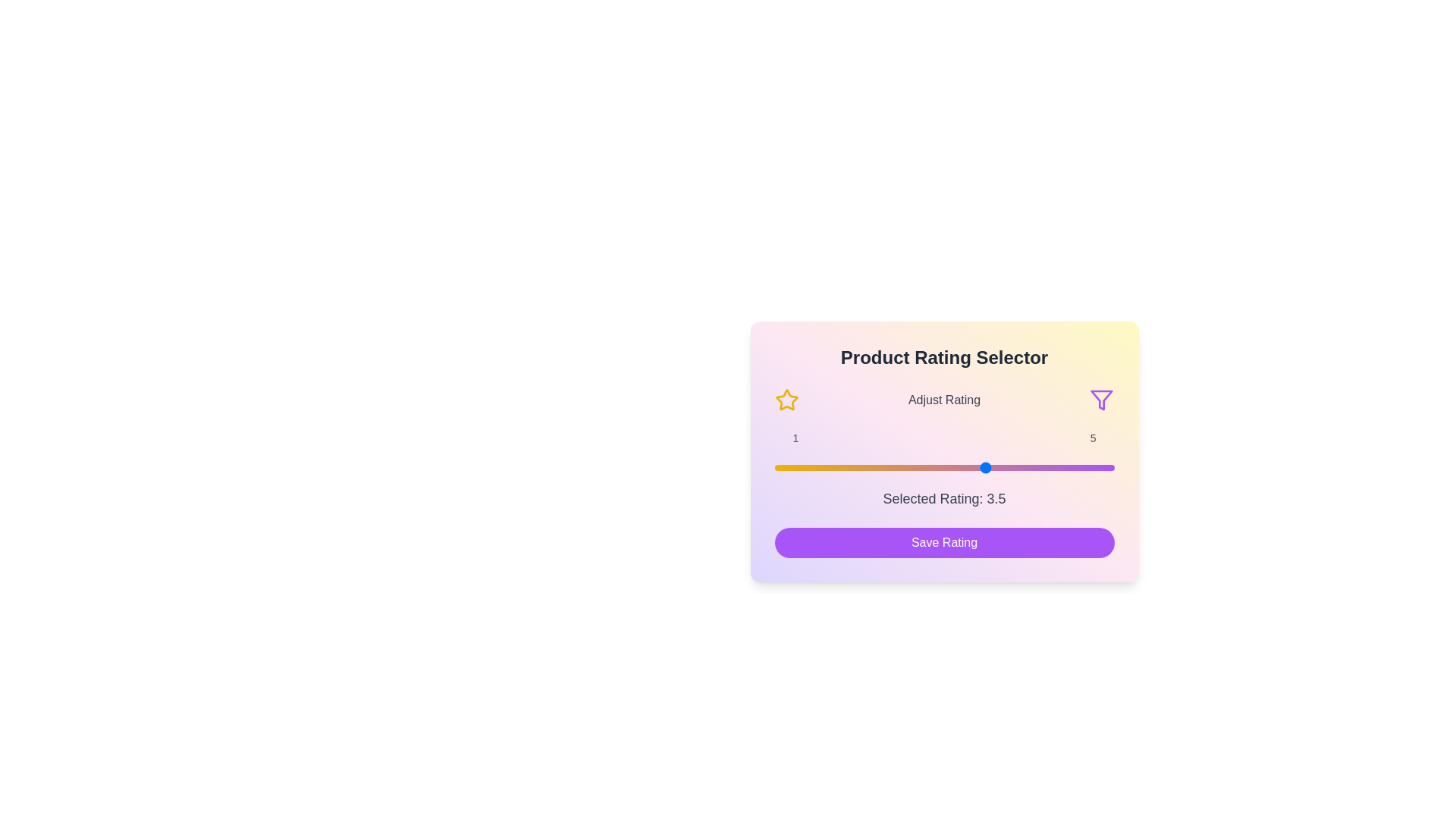 The height and width of the screenshot is (819, 1456). I want to click on the rating slider to set the rating to 4, so click(1029, 467).